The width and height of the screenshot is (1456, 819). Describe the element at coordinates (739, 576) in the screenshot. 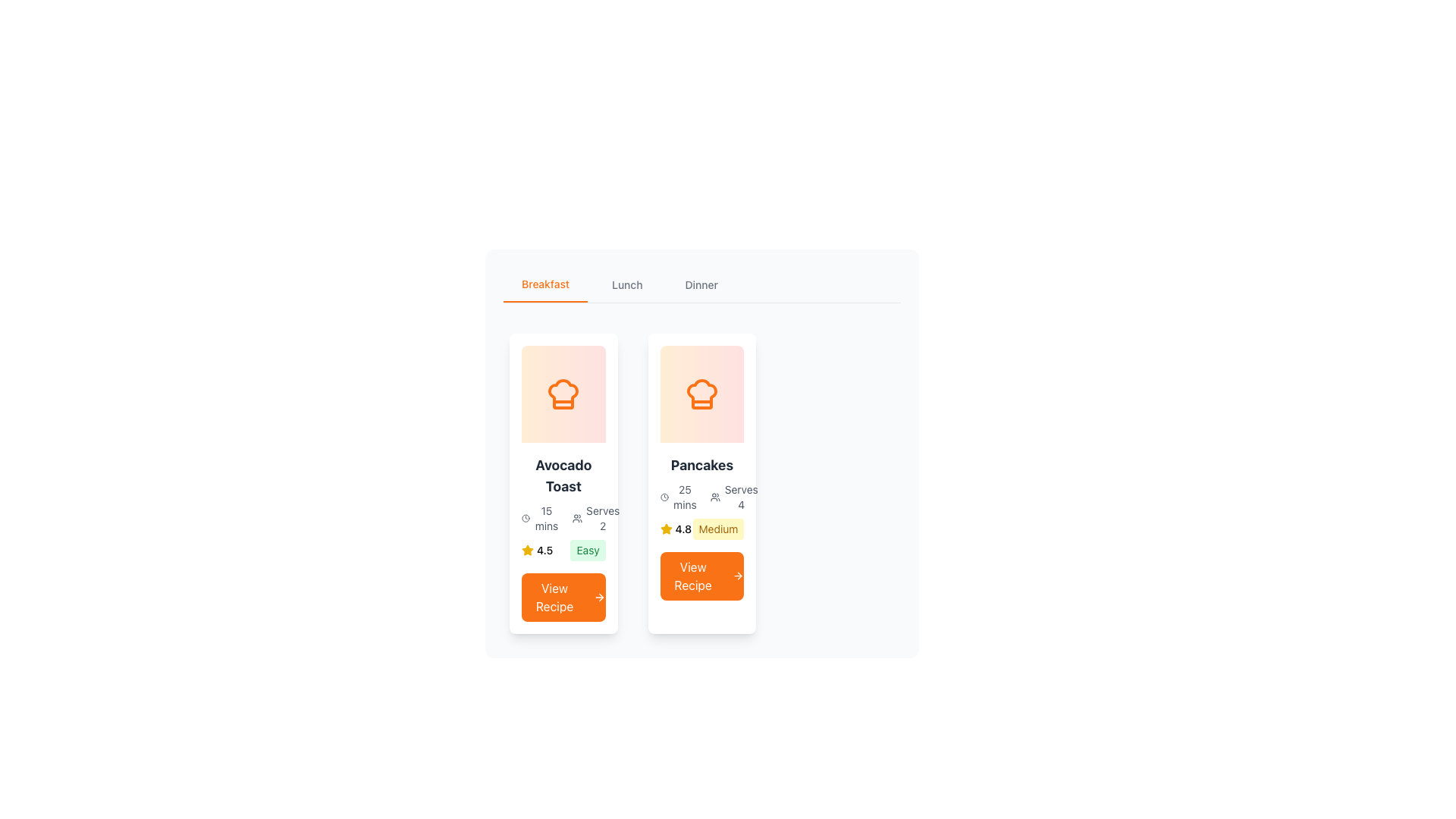

I see `keyboard navigation` at that location.